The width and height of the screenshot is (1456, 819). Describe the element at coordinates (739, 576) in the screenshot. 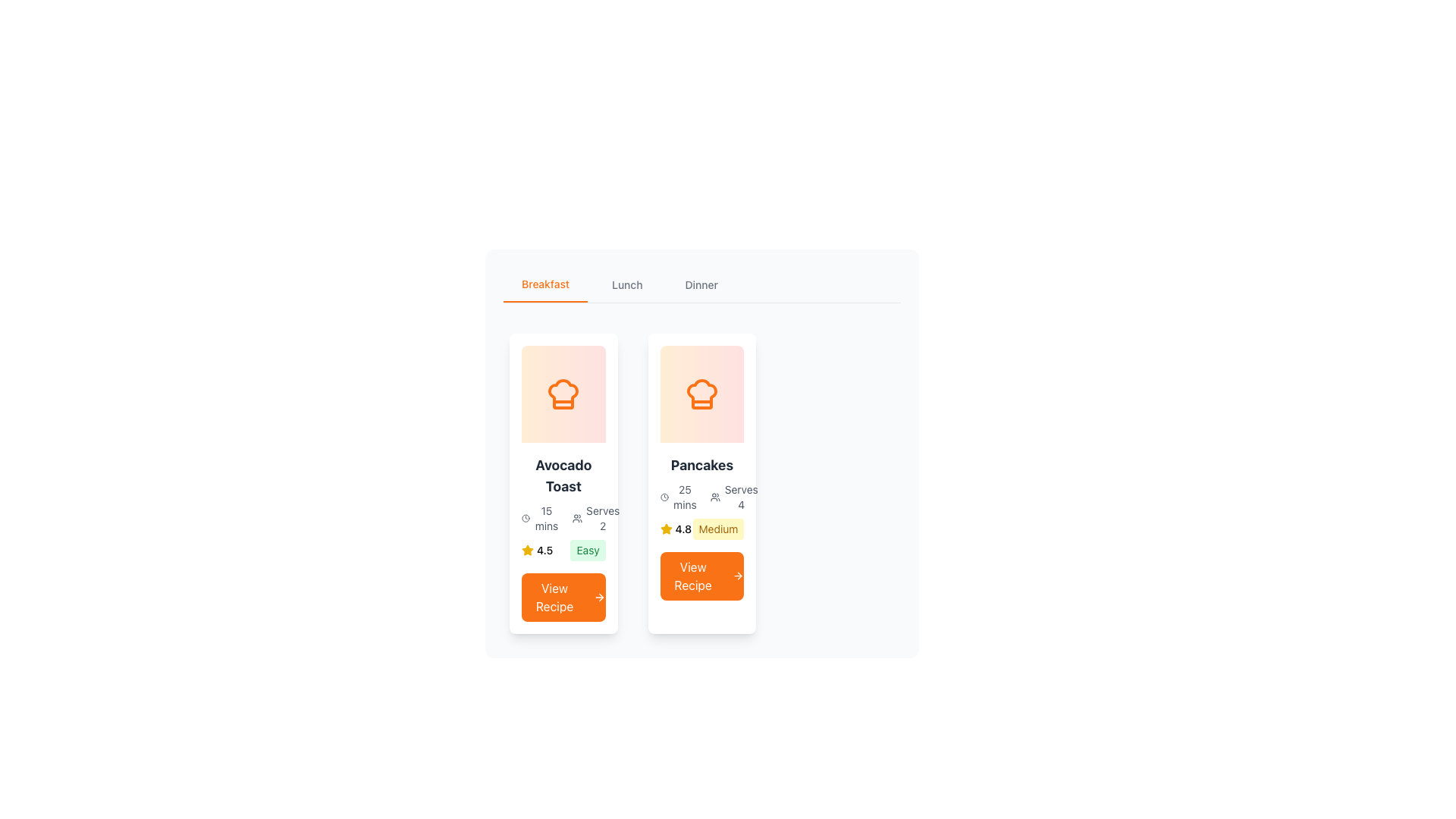

I see `keyboard navigation` at that location.